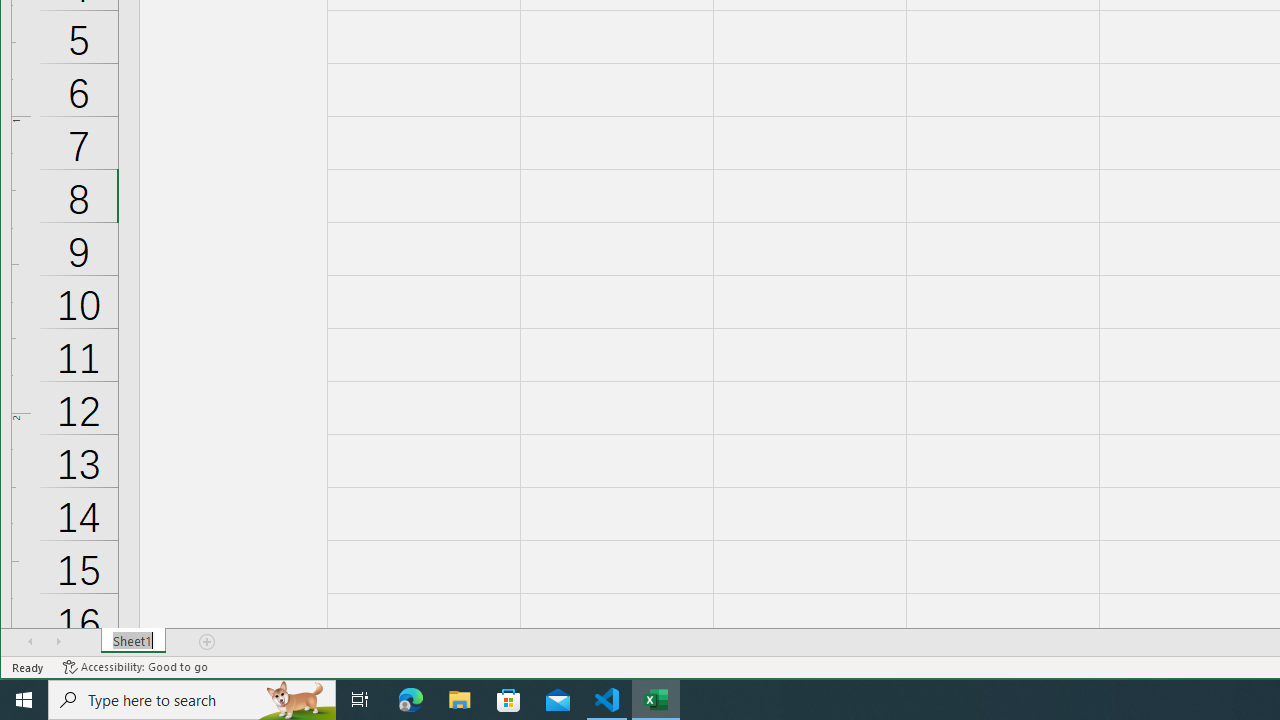  I want to click on 'Scroll Right', so click(58, 641).